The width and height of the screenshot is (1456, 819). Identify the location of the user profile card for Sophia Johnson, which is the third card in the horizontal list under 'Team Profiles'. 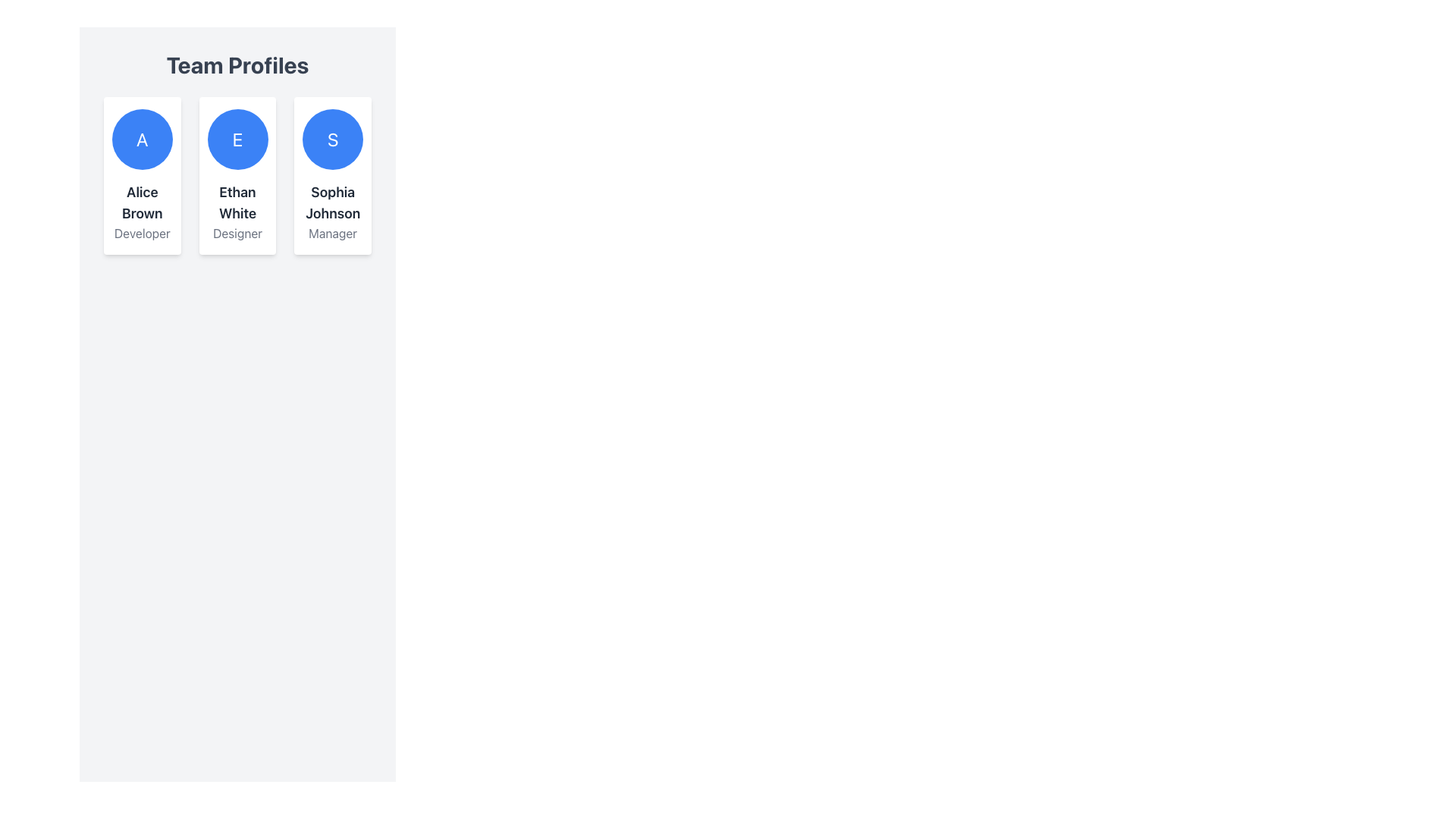
(332, 174).